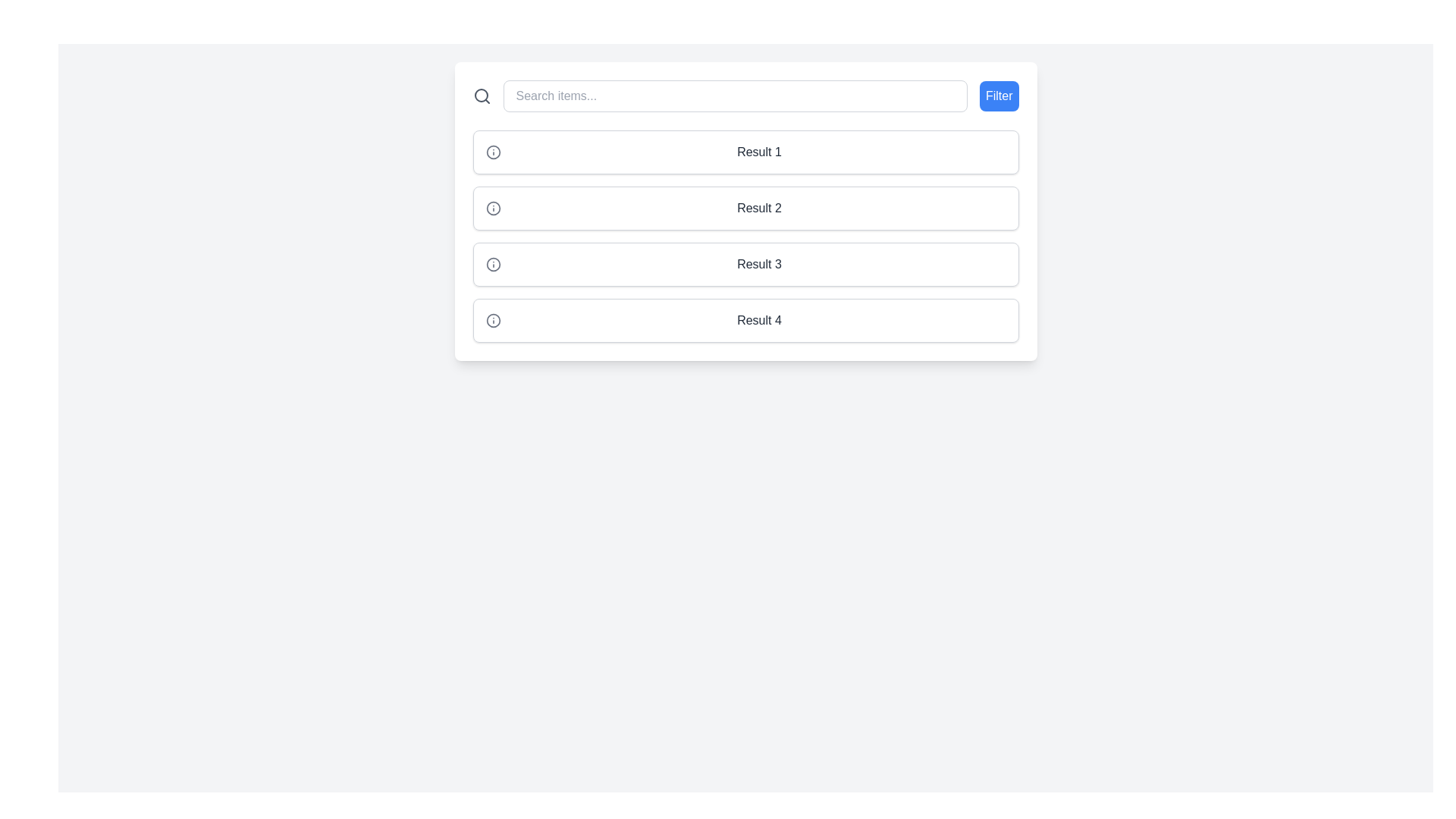 Image resolution: width=1456 pixels, height=819 pixels. I want to click on the second selectable card in a vertical list of four cards, so click(745, 208).